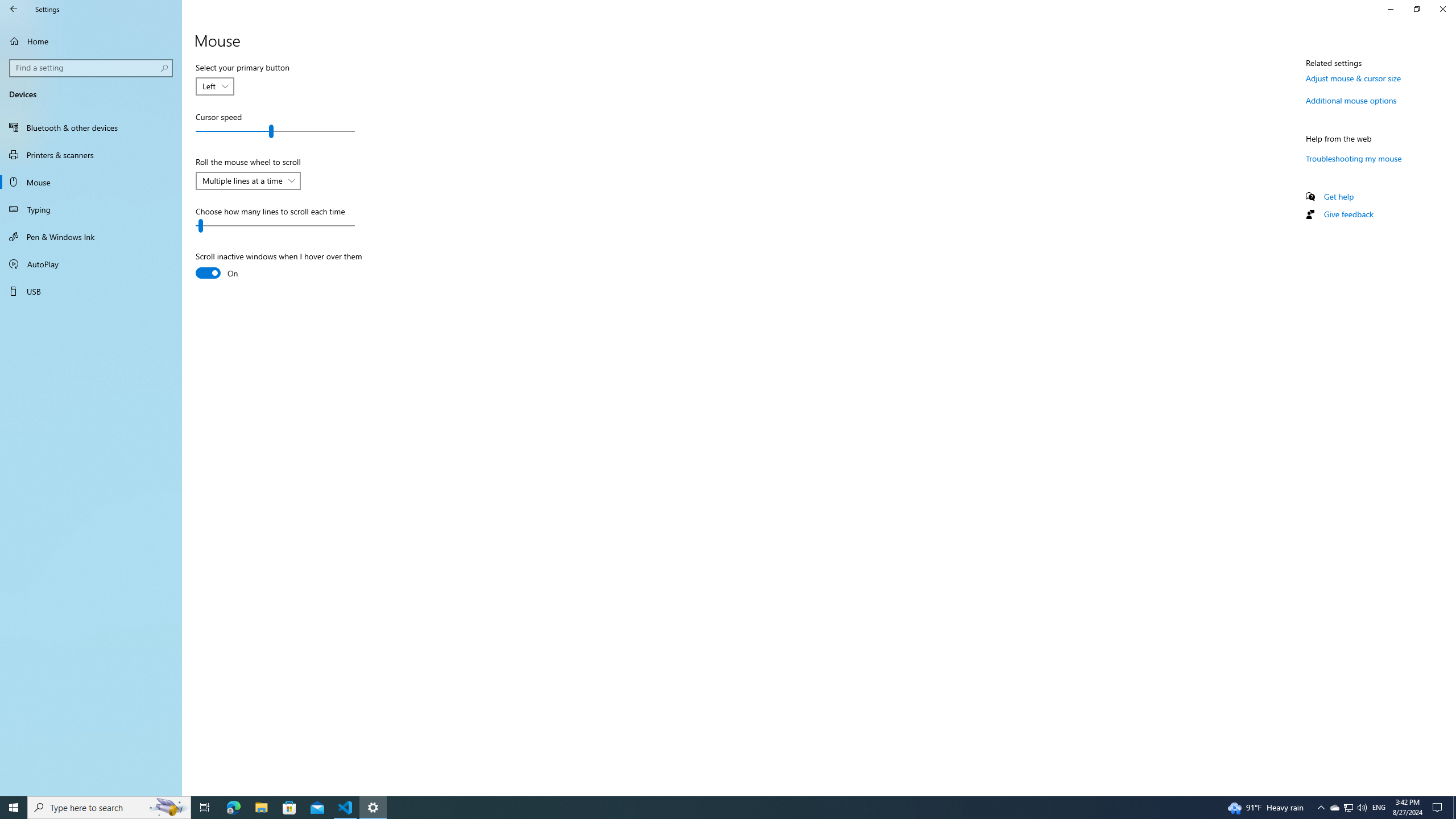 Image resolution: width=1456 pixels, height=819 pixels. Describe the element at coordinates (90, 209) in the screenshot. I see `'Typing'` at that location.